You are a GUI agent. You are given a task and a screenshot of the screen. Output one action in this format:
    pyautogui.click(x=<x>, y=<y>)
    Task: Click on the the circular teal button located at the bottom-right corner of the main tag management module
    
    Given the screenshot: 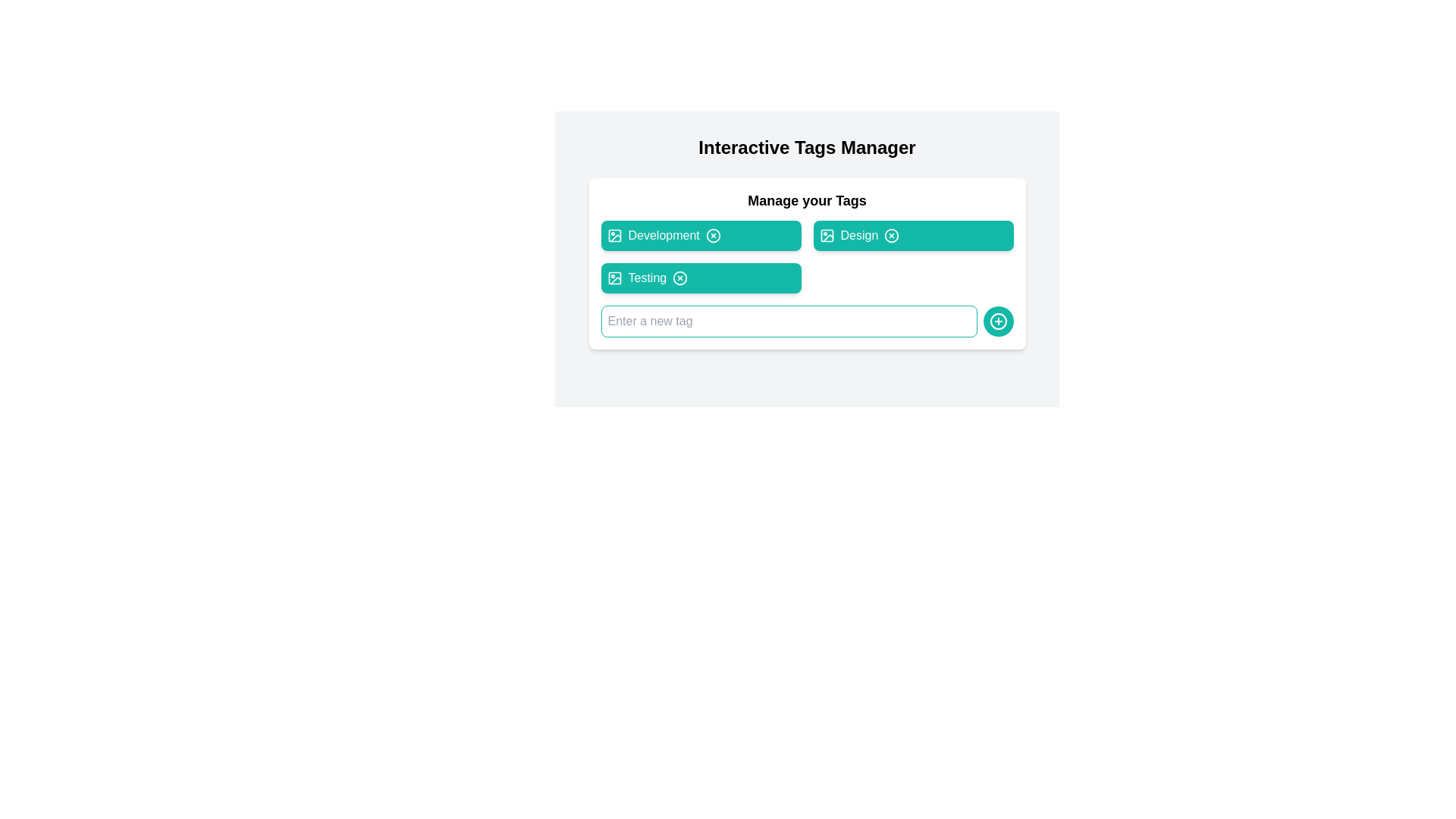 What is the action you would take?
    pyautogui.click(x=998, y=321)
    